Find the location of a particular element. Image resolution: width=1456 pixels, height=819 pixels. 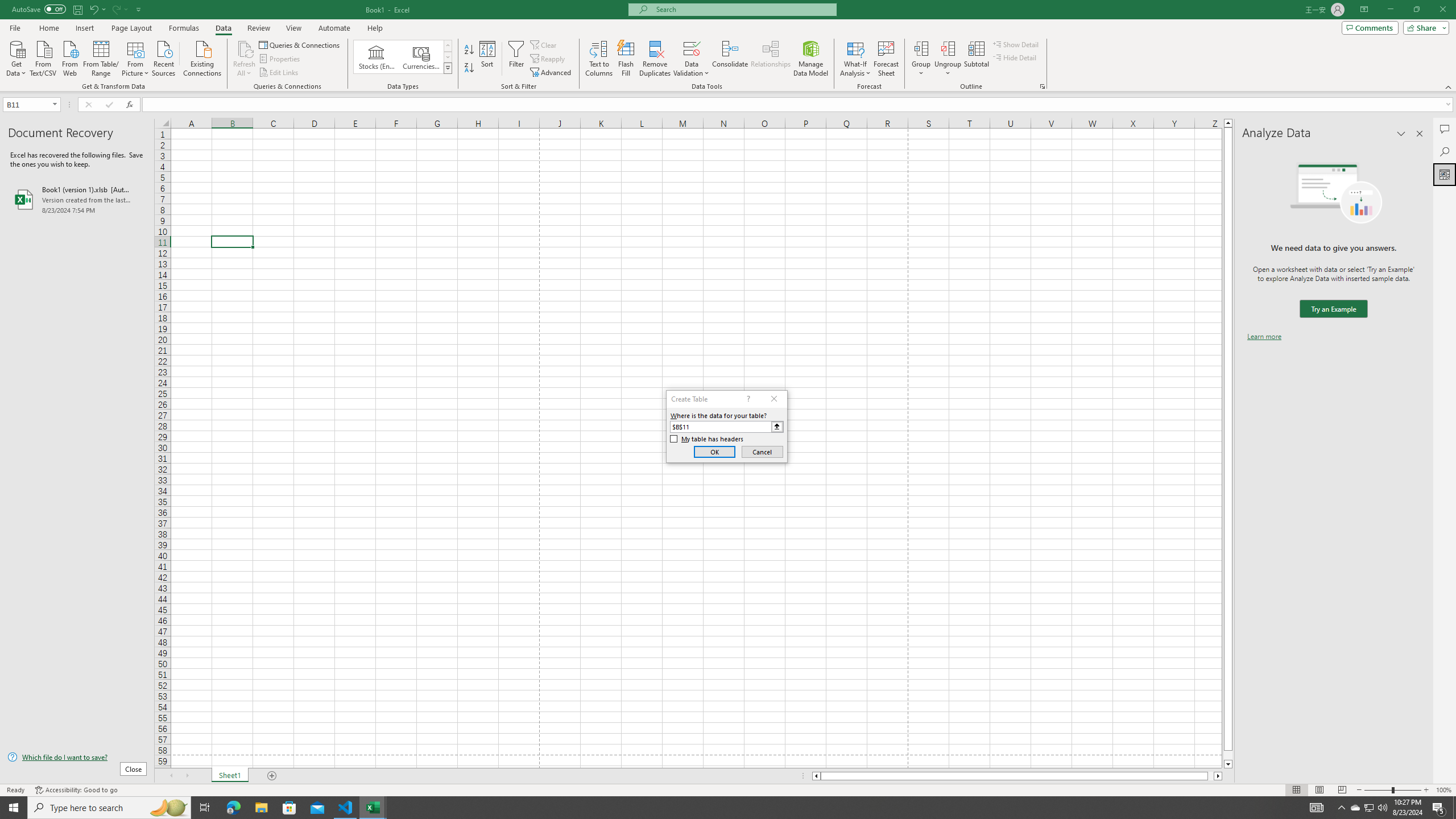

'View' is located at coordinates (292, 28).